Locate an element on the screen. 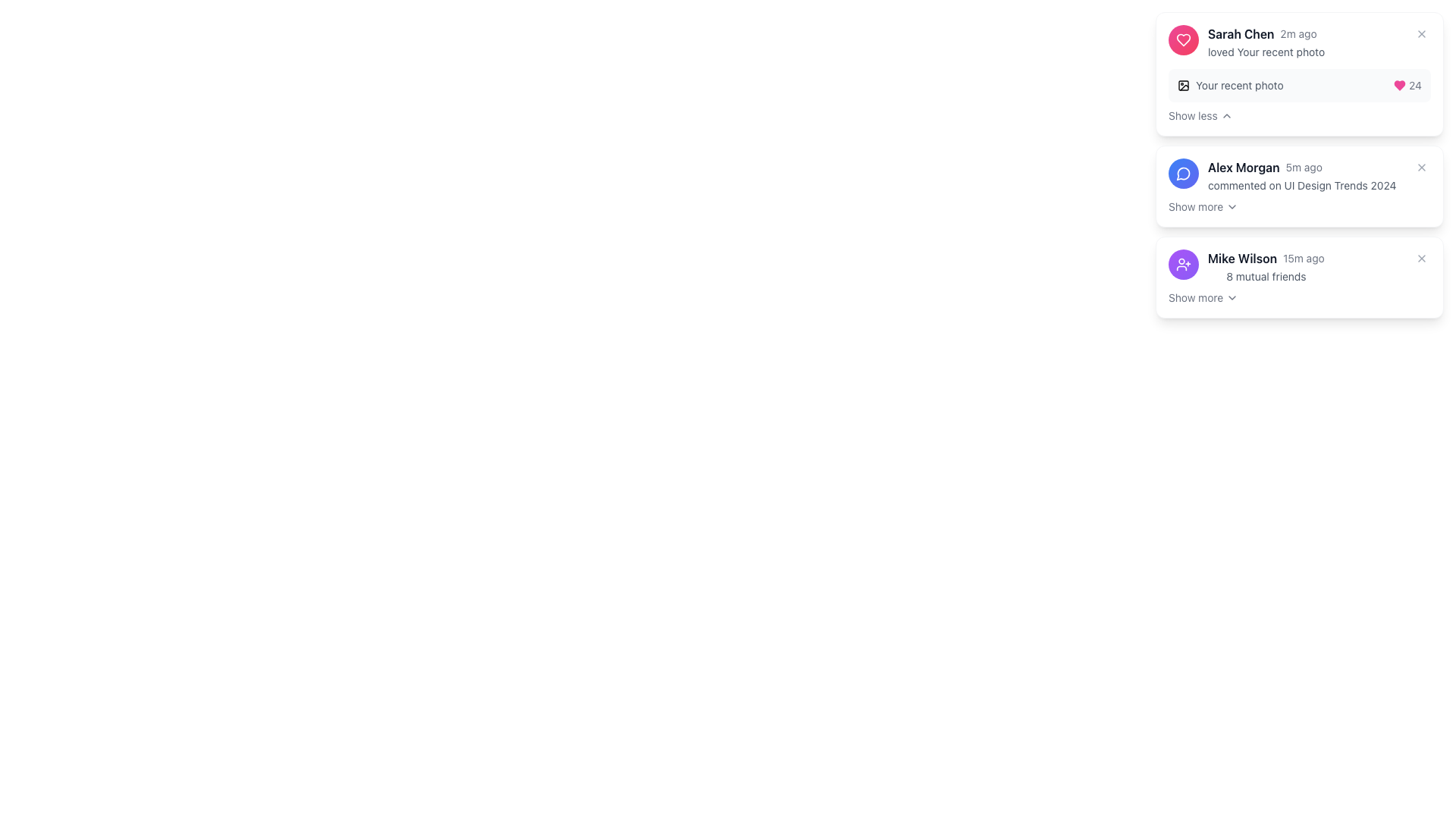 The image size is (1456, 819). the 'Show more' text label in gray font is located at coordinates (1195, 207).